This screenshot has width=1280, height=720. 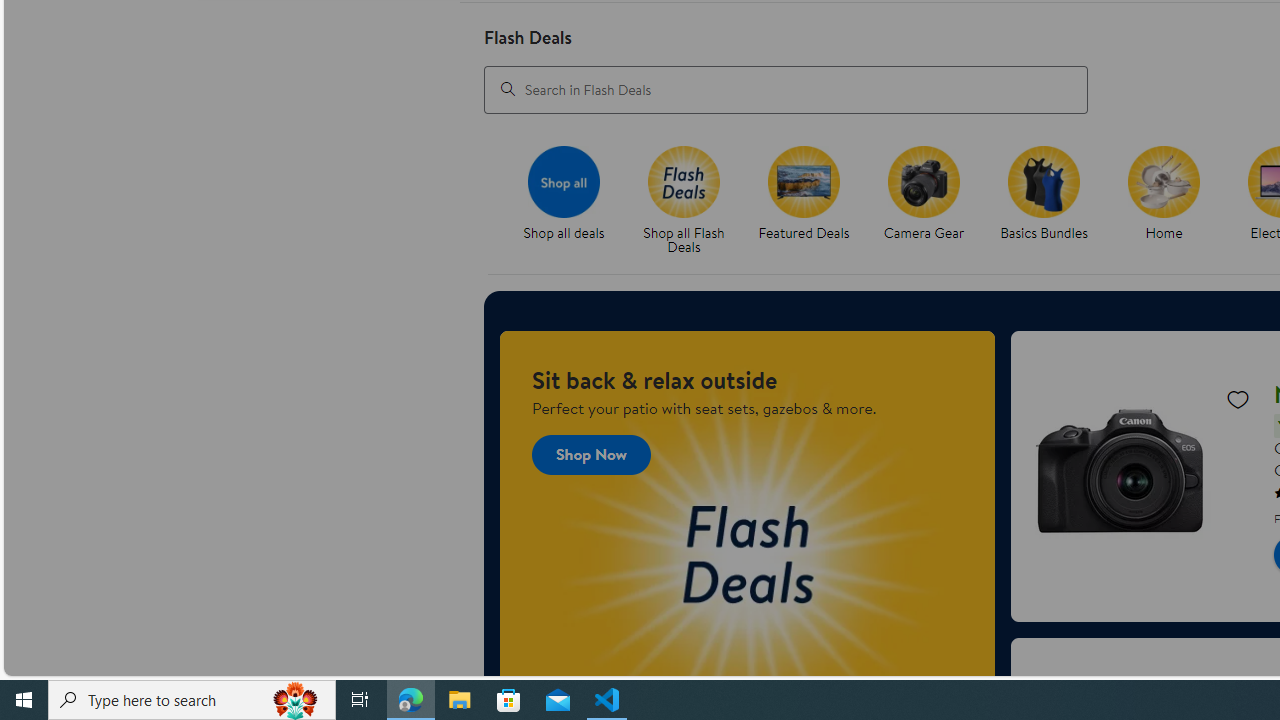 I want to click on 'Basics Bundles', so click(x=1043, y=181).